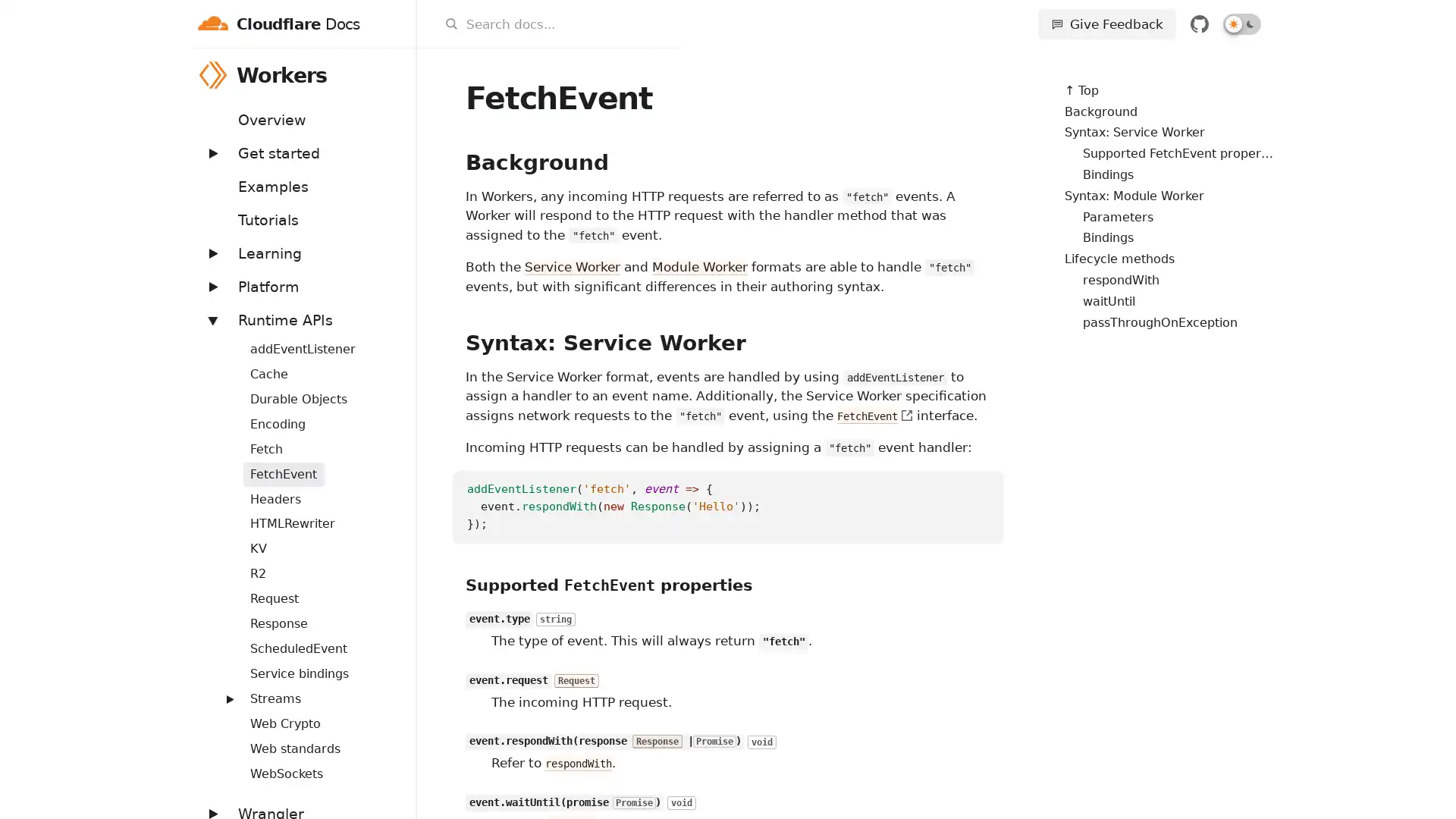  Describe the element at coordinates (211, 286) in the screenshot. I see `Expand: Platform` at that location.